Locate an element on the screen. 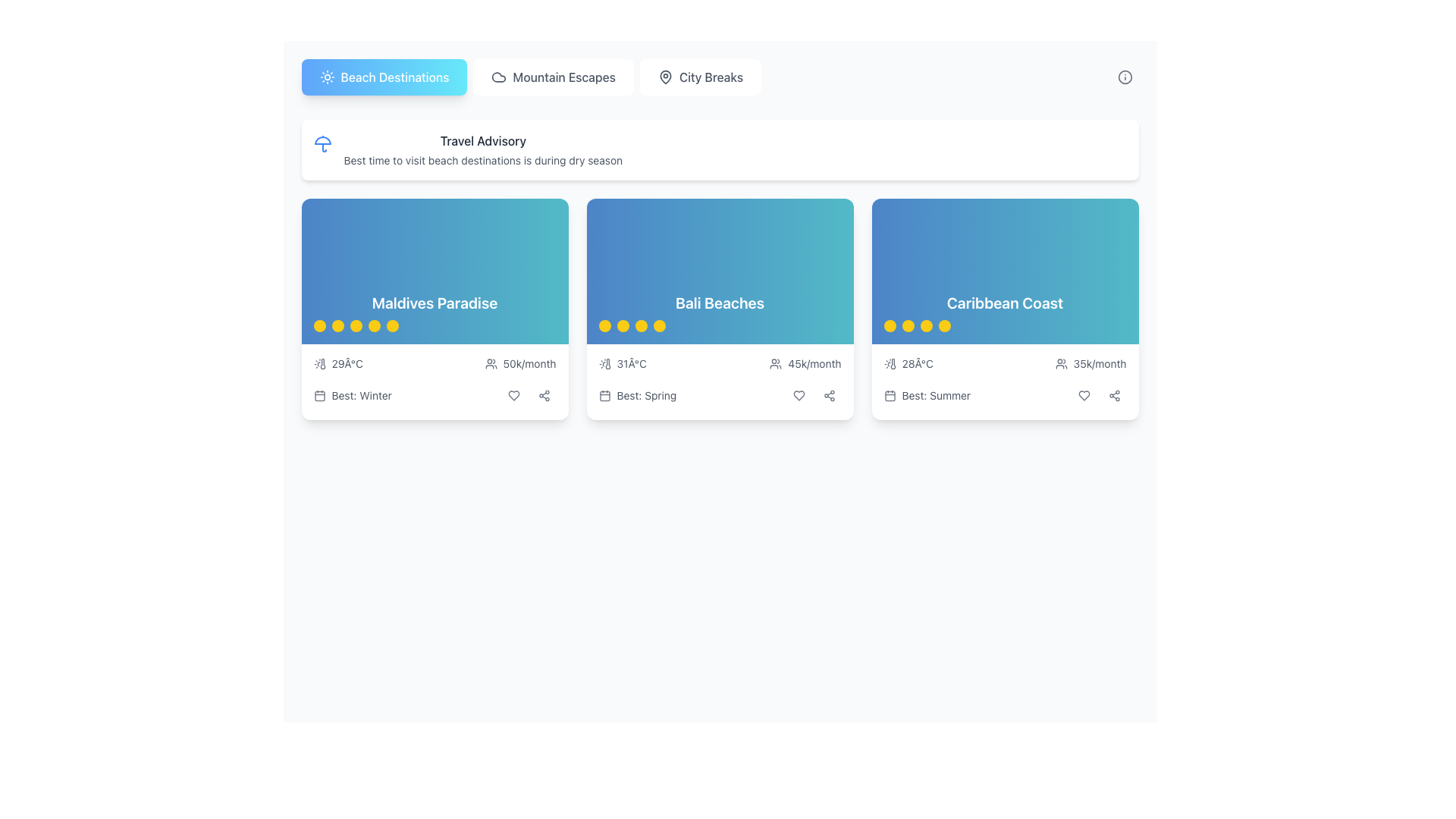 Image resolution: width=1456 pixels, height=819 pixels. the textual information presented in the 'Maldives Paradise' card, located in the bottom section to the left of the row of icons is located at coordinates (434, 394).